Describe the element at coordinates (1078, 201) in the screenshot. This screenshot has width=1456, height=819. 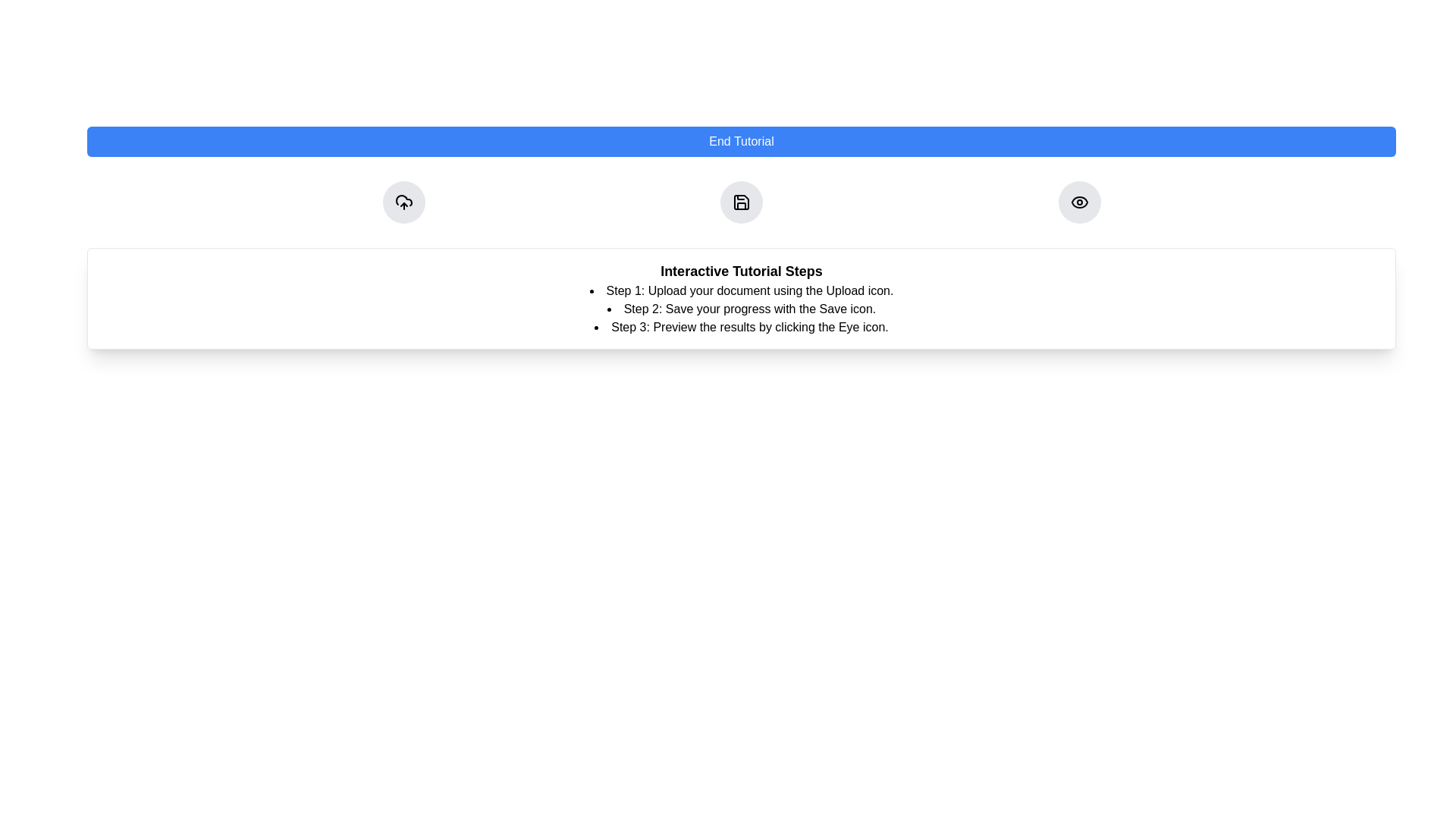
I see `the preview button icon located in the middle row of the interface` at that location.